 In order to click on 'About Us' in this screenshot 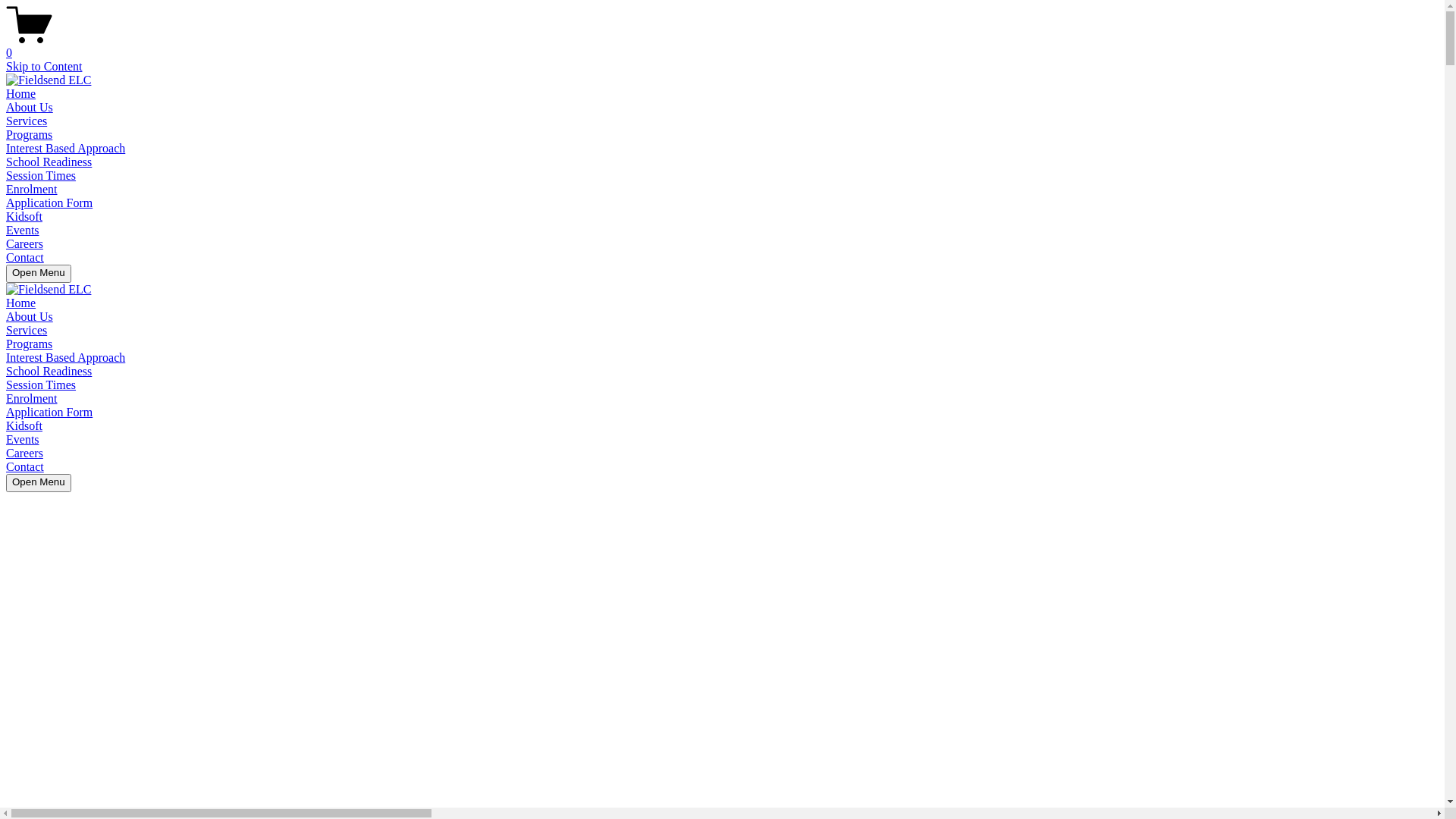, I will do `click(29, 315)`.